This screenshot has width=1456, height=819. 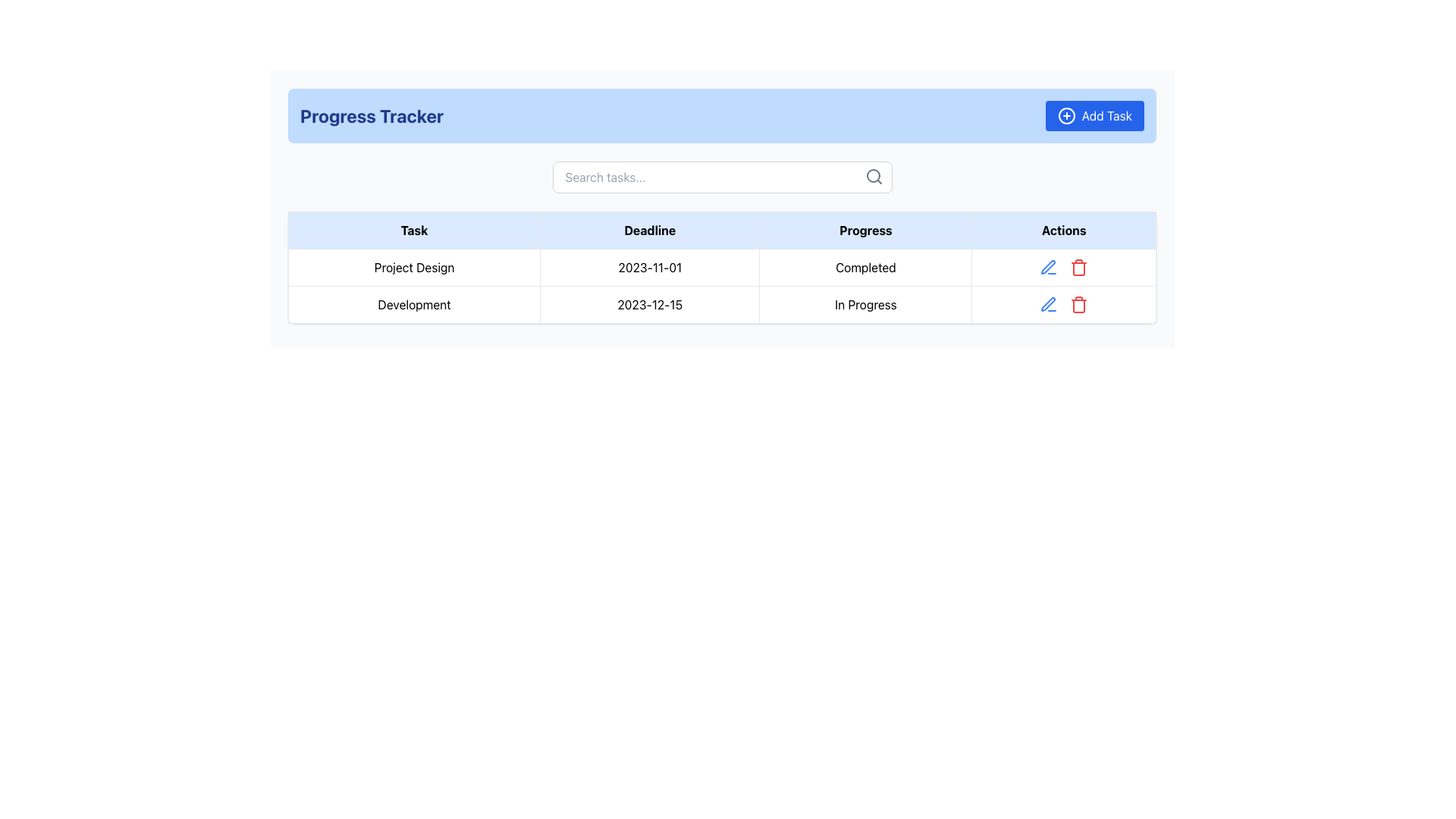 I want to click on the 'Progress' text label, which is the third column header in a table with a light blue background and centered text, so click(x=866, y=231).